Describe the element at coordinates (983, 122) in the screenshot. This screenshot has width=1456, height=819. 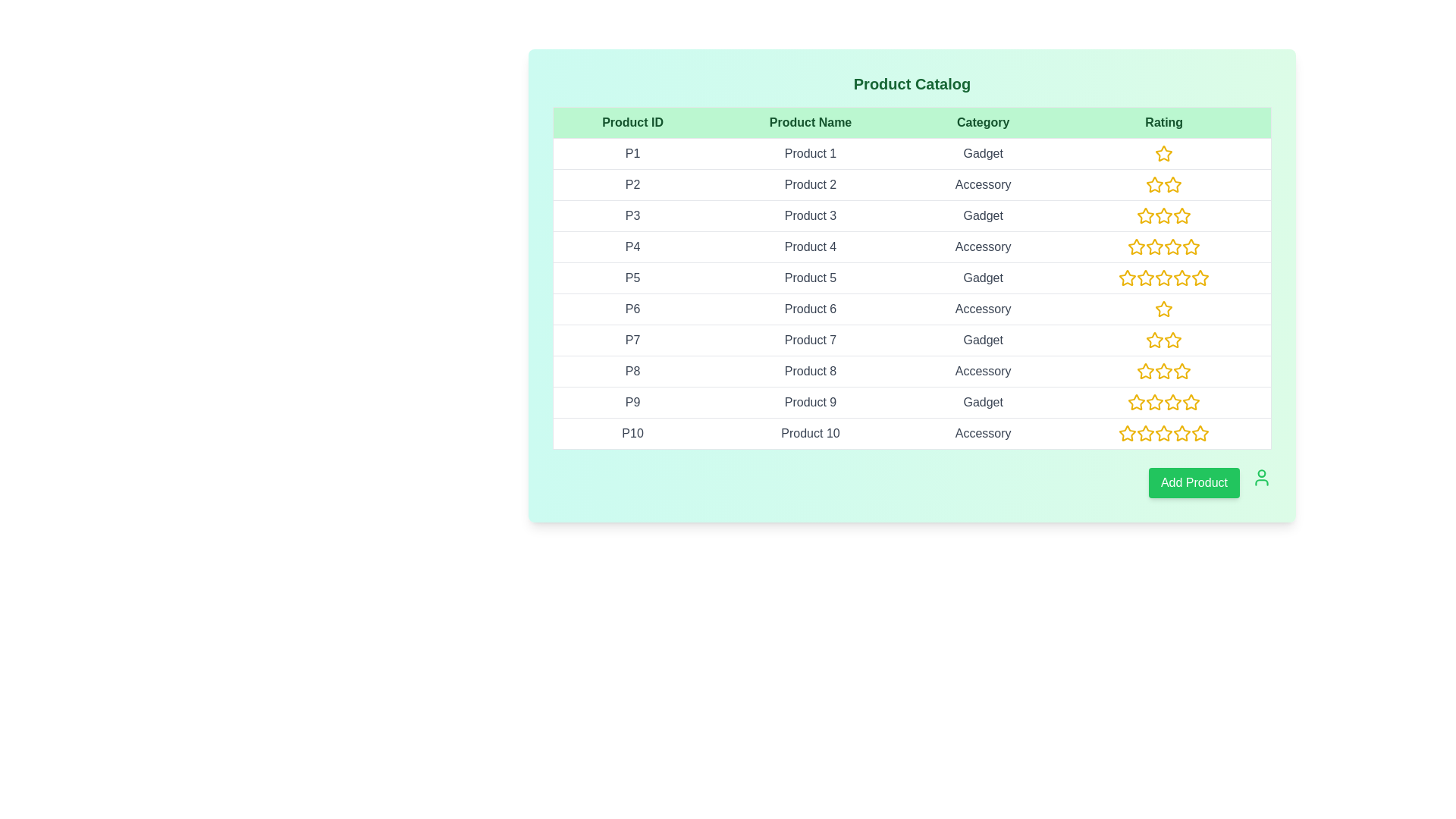
I see `the table header Category to sort the table by that column` at that location.